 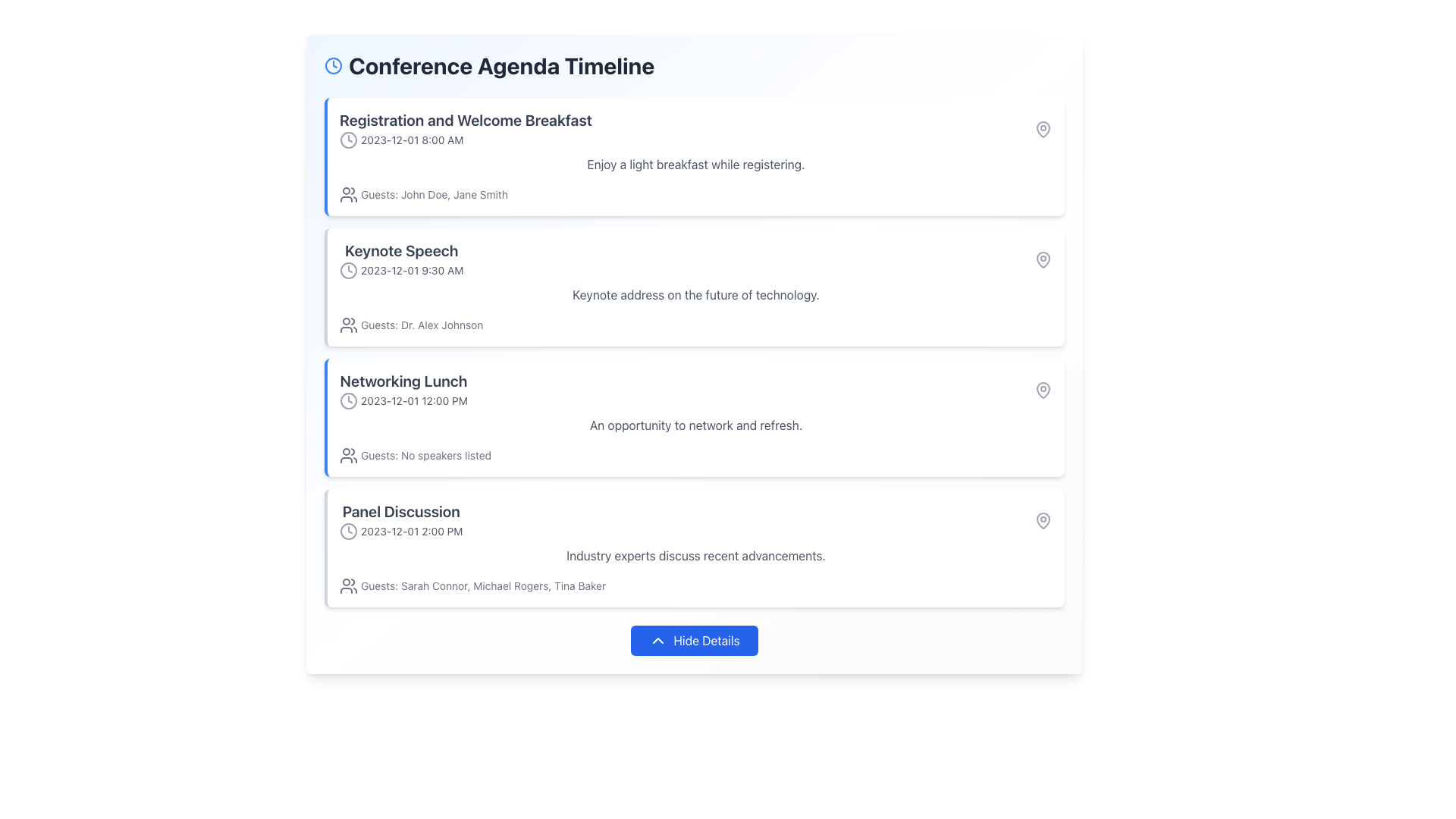 What do you see at coordinates (333, 65) in the screenshot?
I see `the minimalist blue clock icon located at the far left of the 'Conference Agenda Timeline' header` at bounding box center [333, 65].